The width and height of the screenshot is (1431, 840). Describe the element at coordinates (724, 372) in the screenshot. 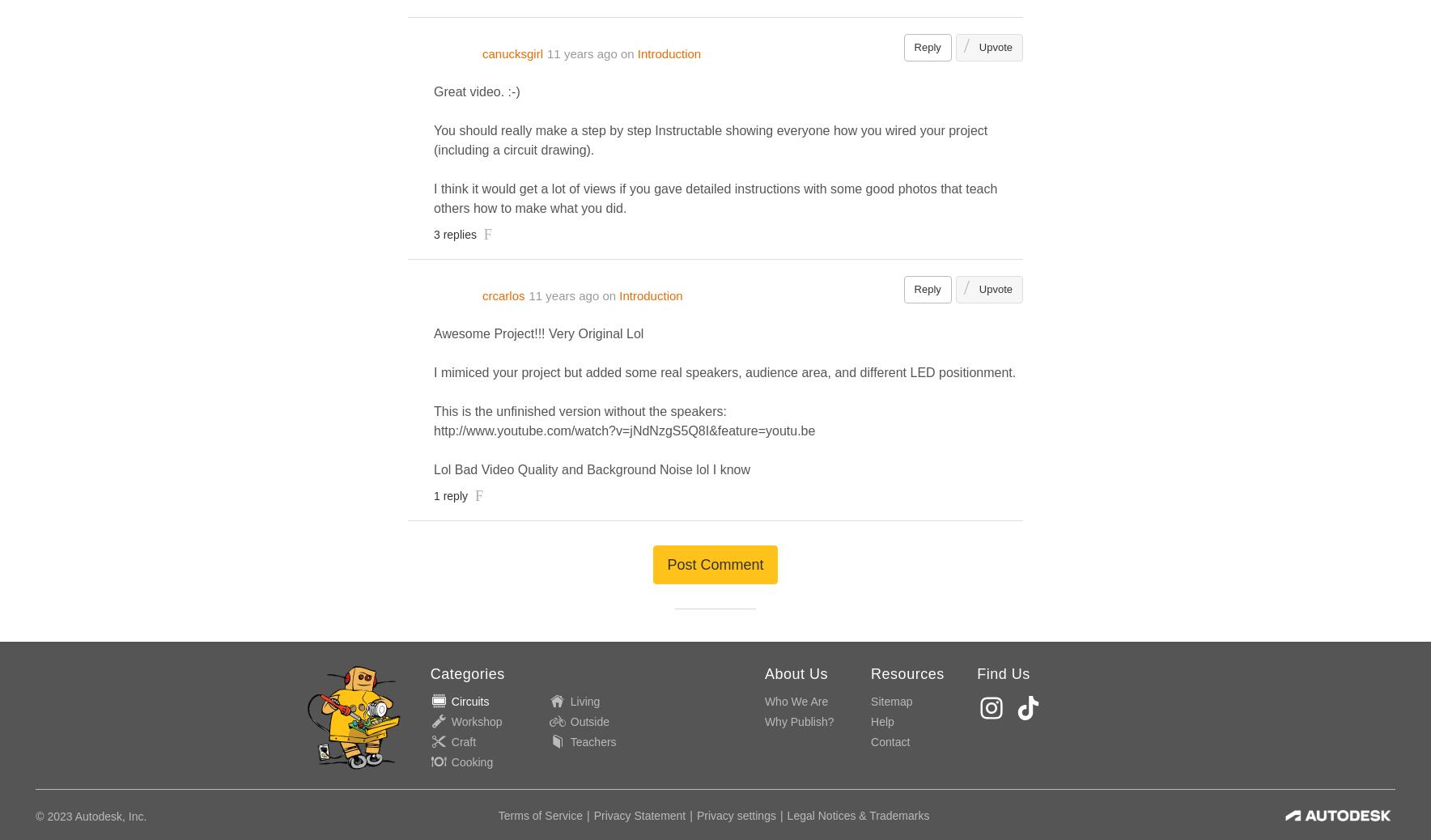

I see `'I mimiced your project but added some real speakers, audience area, and different LED positionment.'` at that location.